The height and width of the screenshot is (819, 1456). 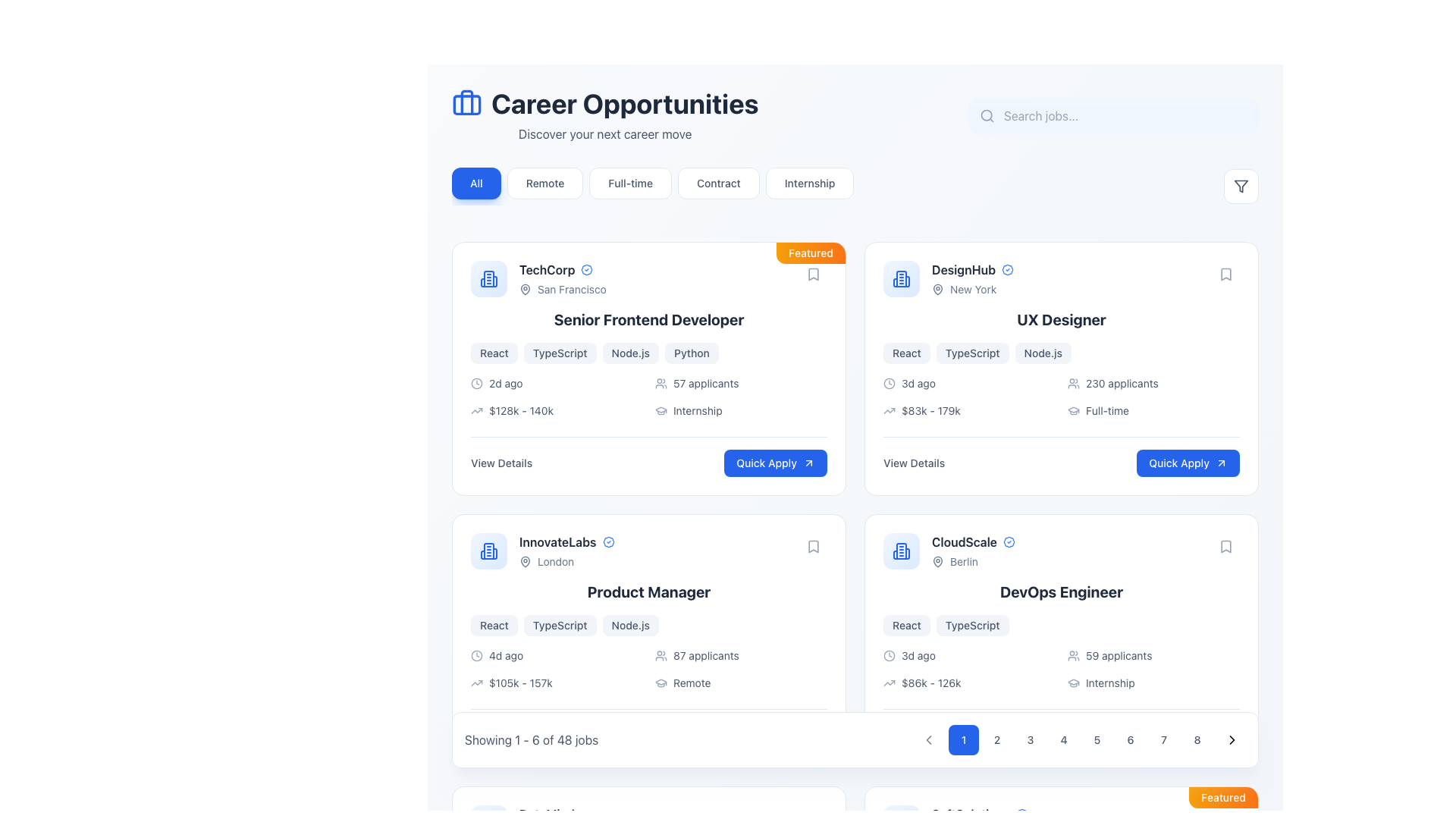 I want to click on the second button in the row of buttons for filtering job listings based on remote availability, so click(x=545, y=183).